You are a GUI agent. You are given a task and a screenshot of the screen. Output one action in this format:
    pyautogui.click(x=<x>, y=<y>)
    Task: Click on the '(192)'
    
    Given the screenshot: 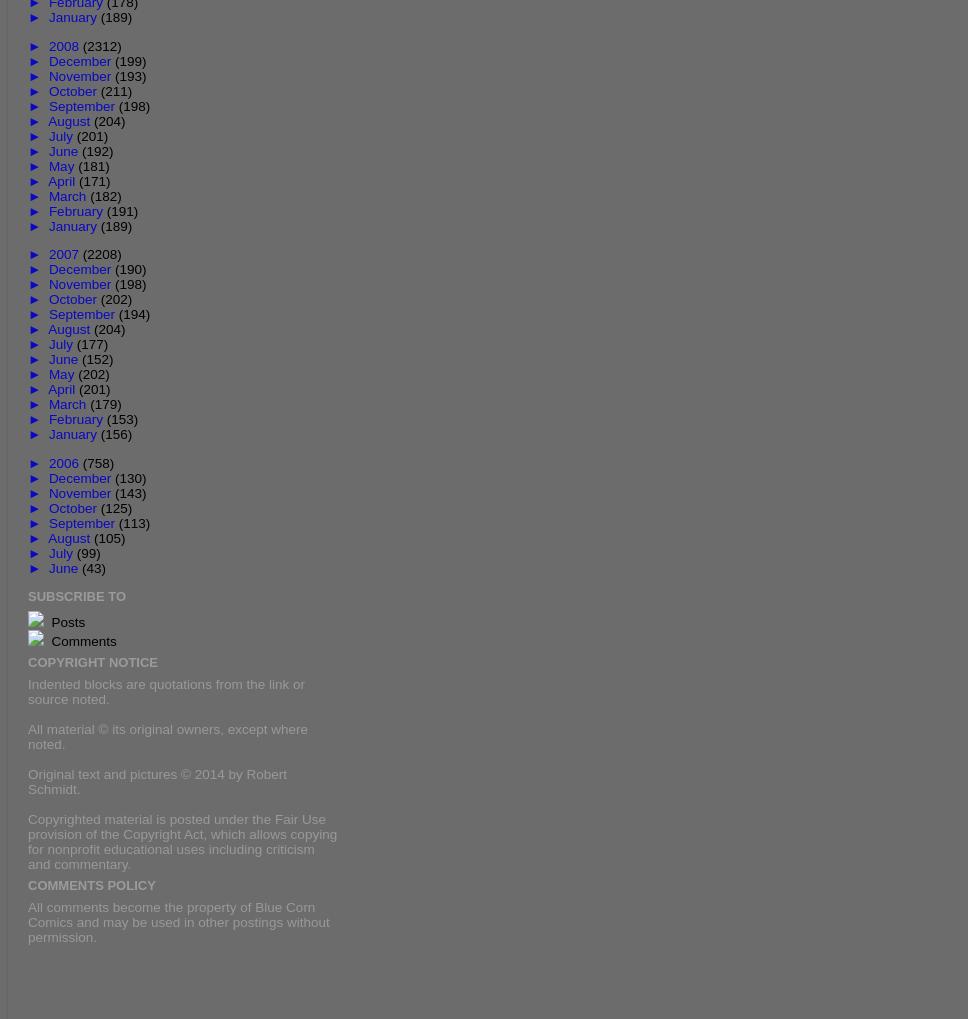 What is the action you would take?
    pyautogui.click(x=81, y=150)
    